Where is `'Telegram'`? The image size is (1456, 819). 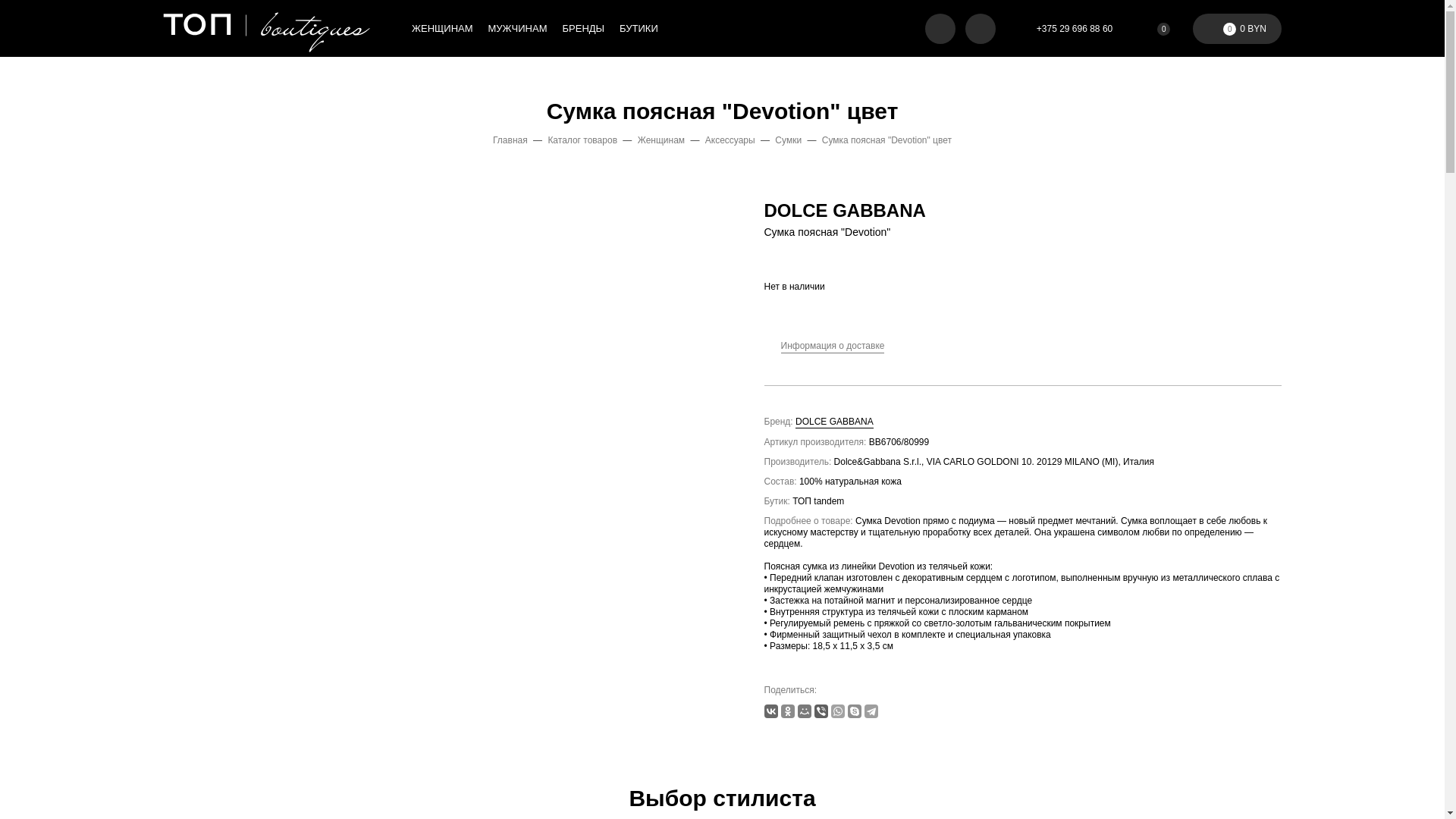 'Telegram' is located at coordinates (871, 711).